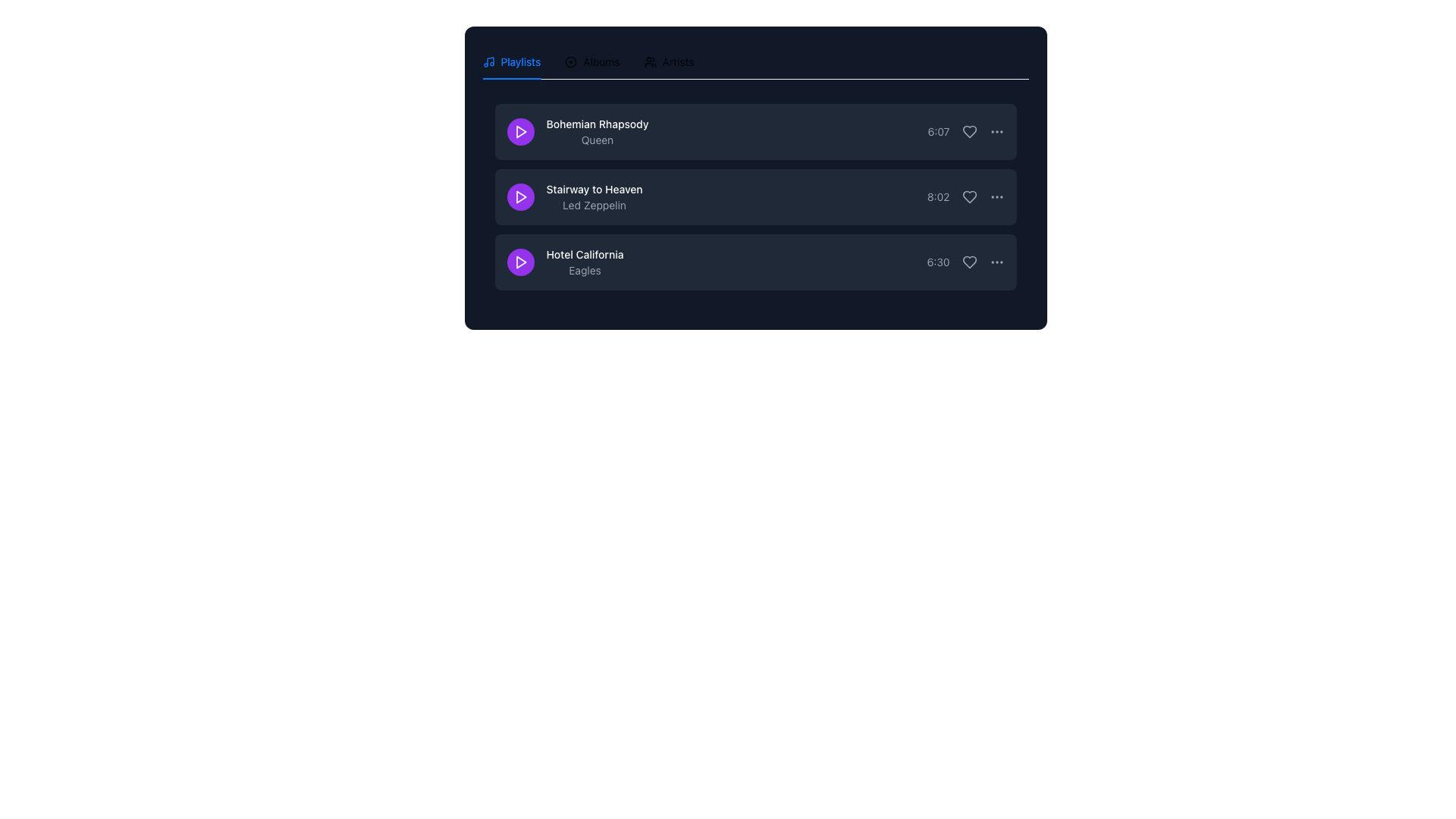 The image size is (1456, 819). Describe the element at coordinates (574, 196) in the screenshot. I see `the text display showing 'Stairway to Heaven' and 'Led Zeppelin' to possibly see more details` at that location.